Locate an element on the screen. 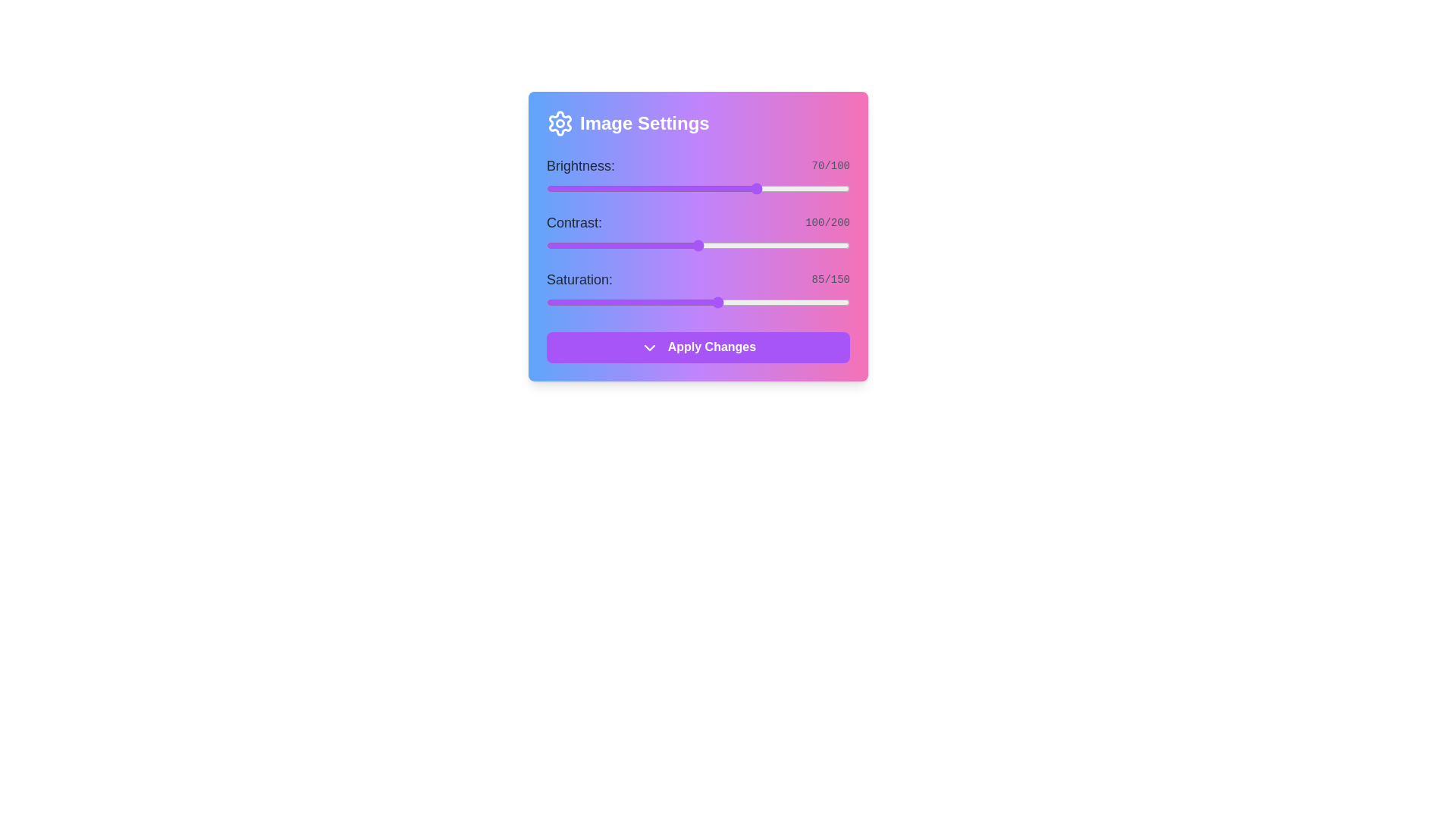  the 'Apply Changes' button to save the adjustments is located at coordinates (698, 347).